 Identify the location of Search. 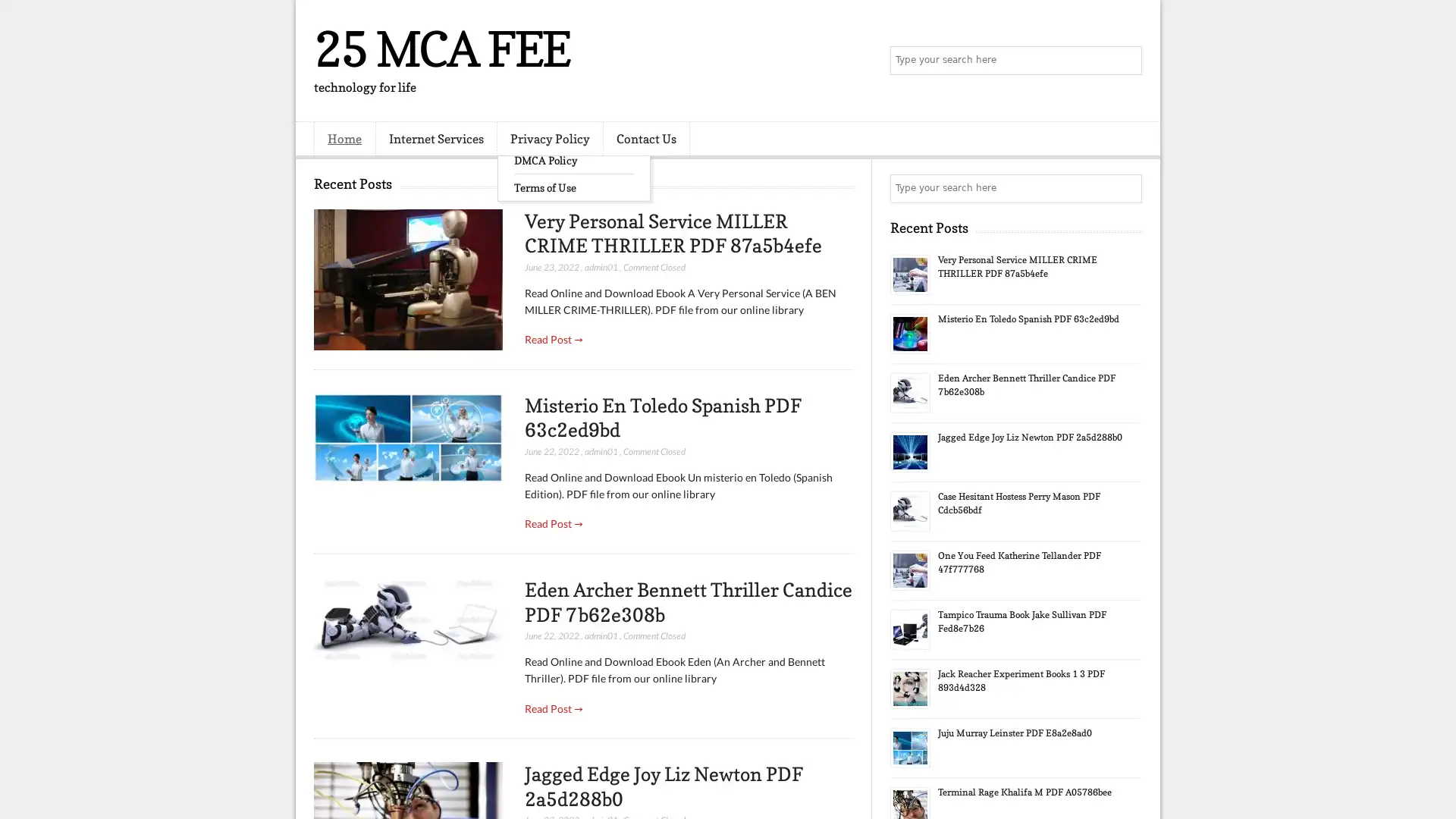
(1126, 61).